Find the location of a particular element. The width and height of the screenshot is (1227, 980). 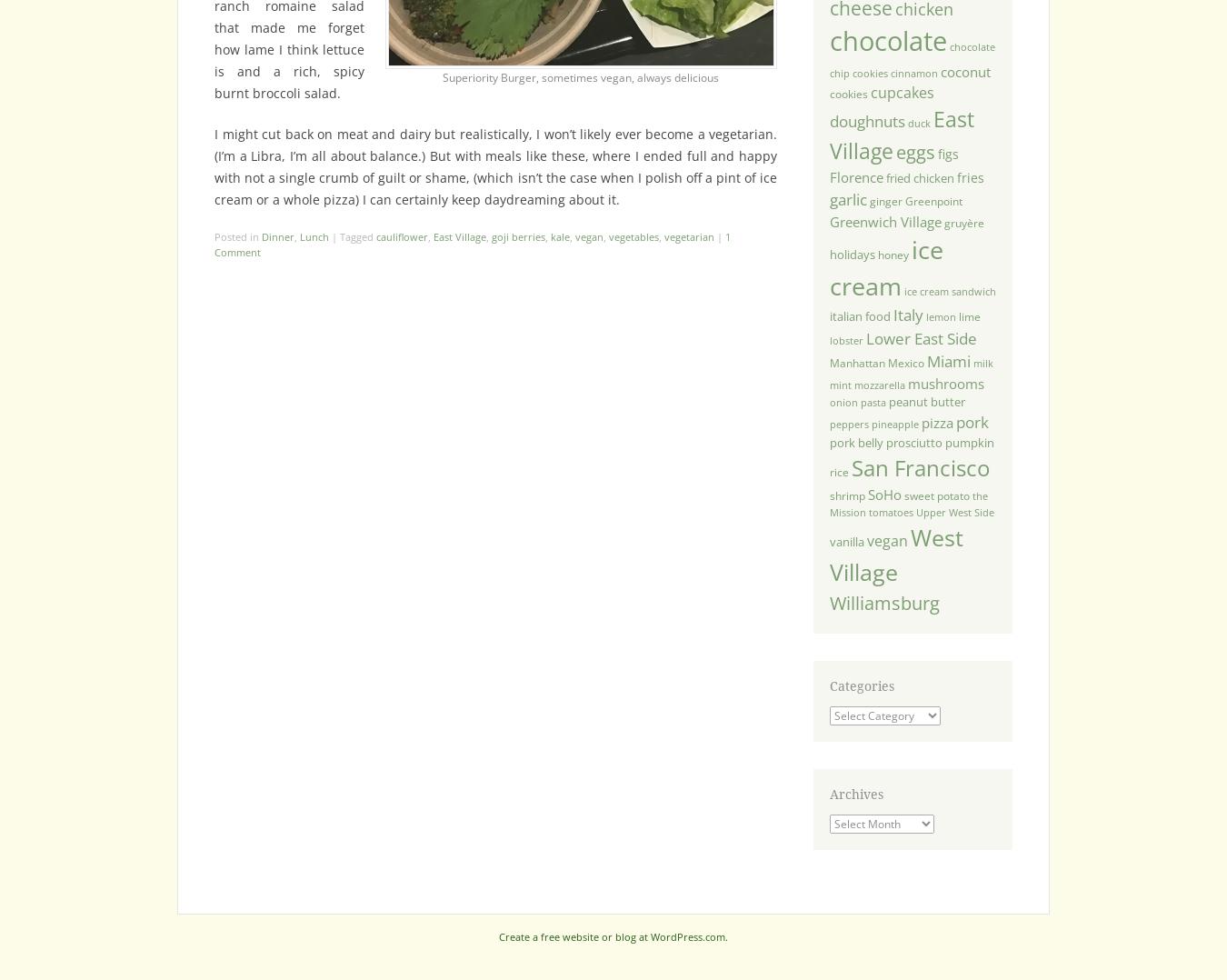

'Archives' is located at coordinates (854, 794).